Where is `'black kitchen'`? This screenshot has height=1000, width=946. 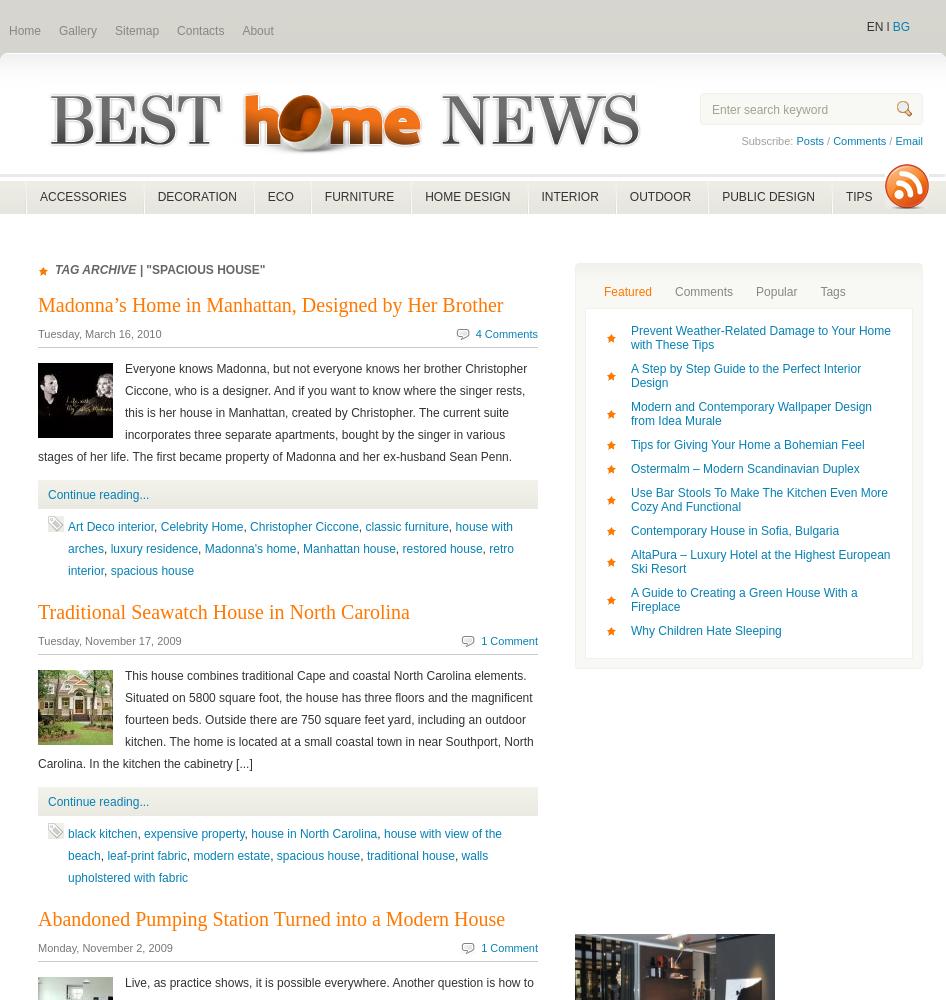 'black kitchen' is located at coordinates (68, 833).